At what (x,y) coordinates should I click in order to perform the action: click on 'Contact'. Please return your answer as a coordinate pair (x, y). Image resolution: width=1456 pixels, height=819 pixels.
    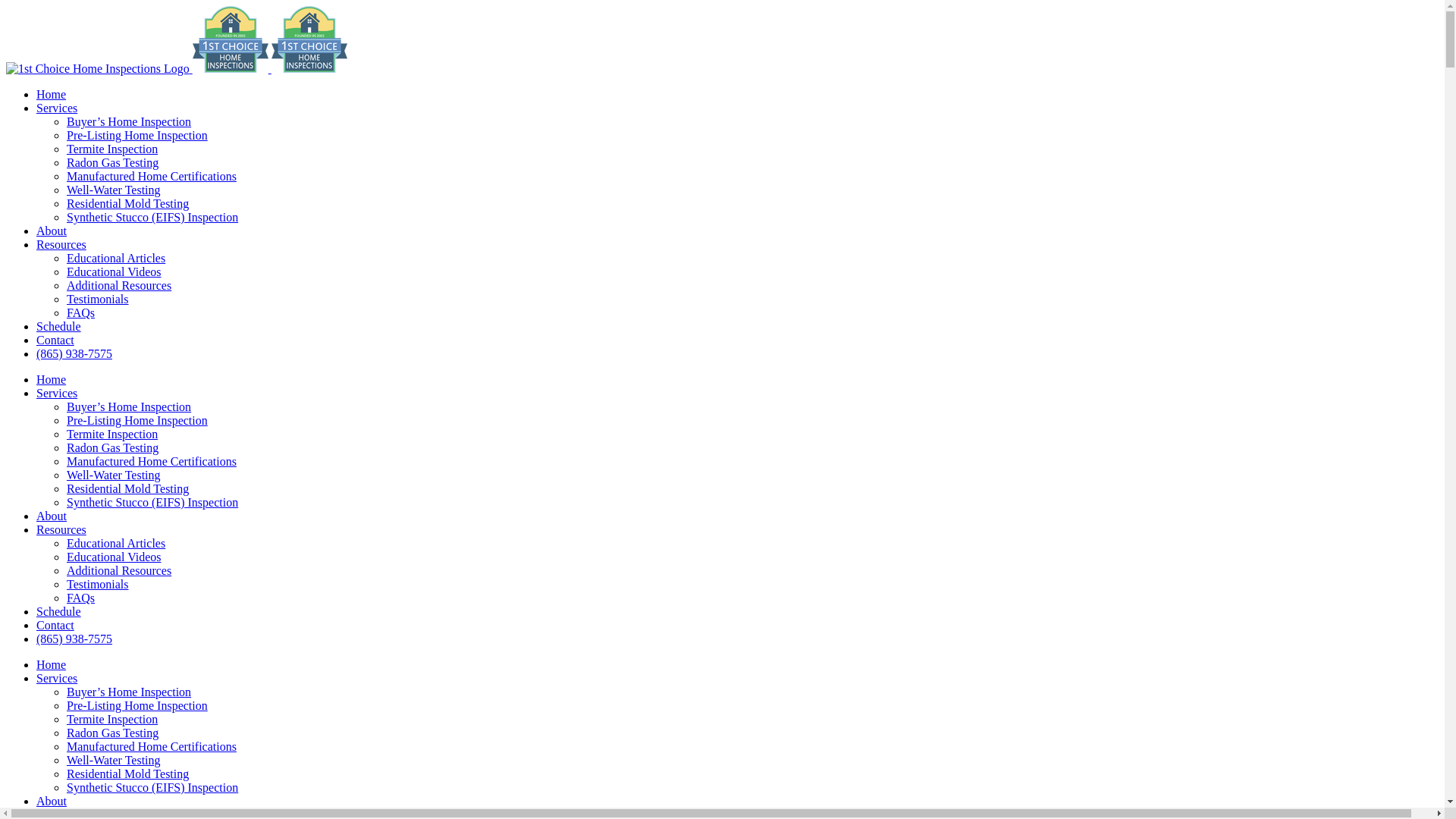
    Looking at the image, I should click on (36, 625).